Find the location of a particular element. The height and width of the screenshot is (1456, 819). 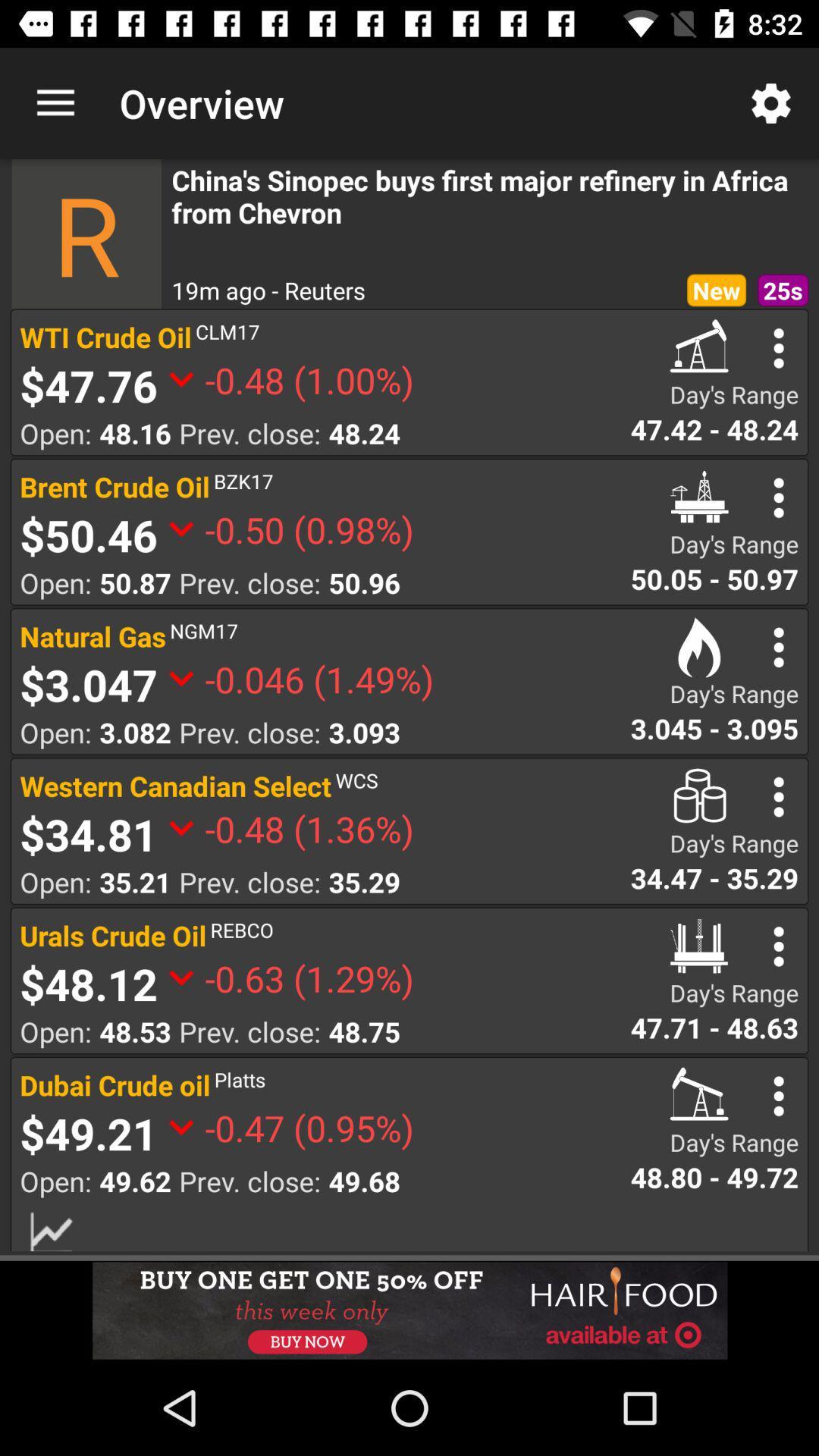

options is located at coordinates (779, 647).